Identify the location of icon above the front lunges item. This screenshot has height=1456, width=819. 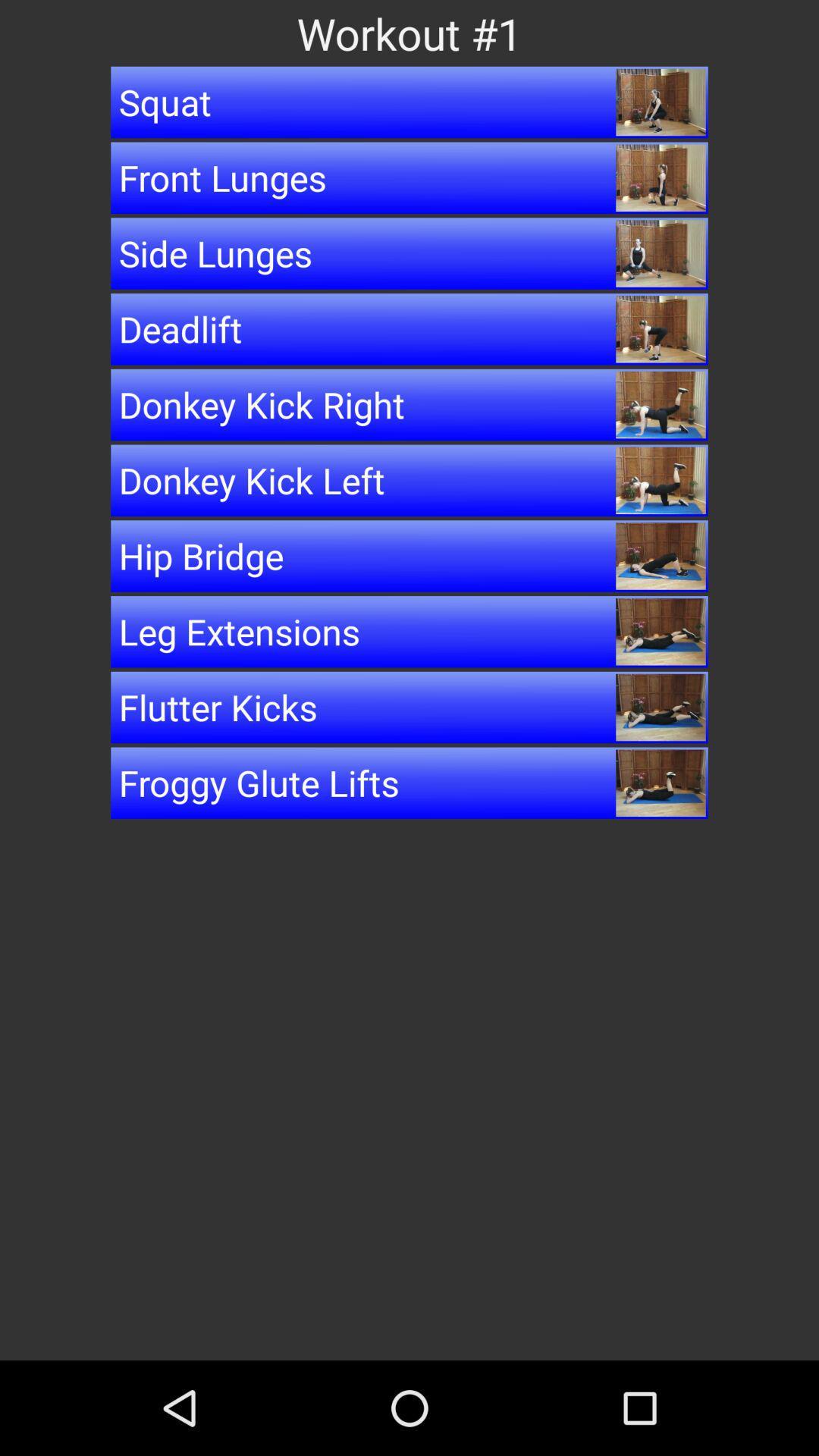
(409, 101).